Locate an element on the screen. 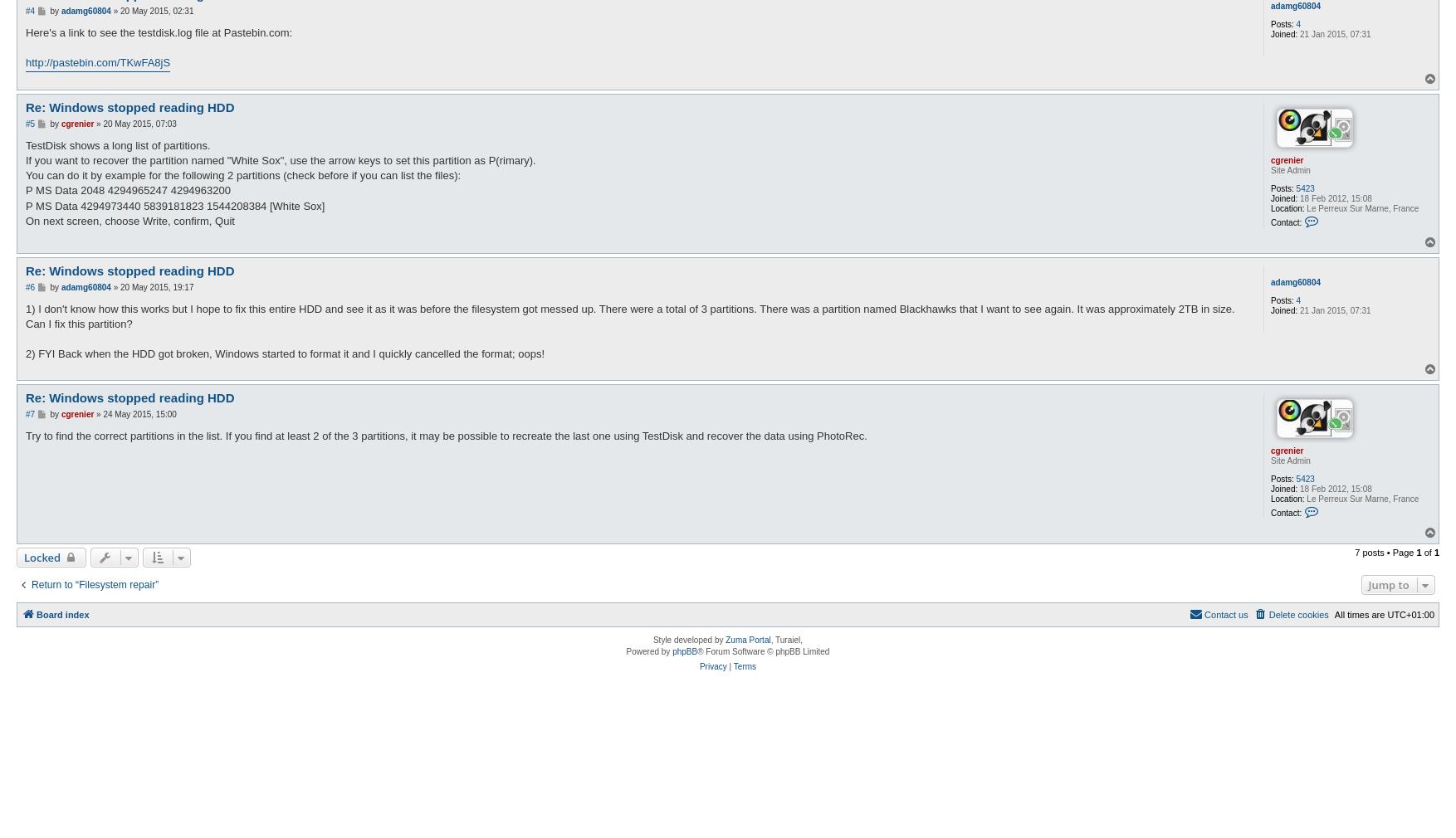 The image size is (1456, 838). 'UTC+01:00' is located at coordinates (1386, 613).